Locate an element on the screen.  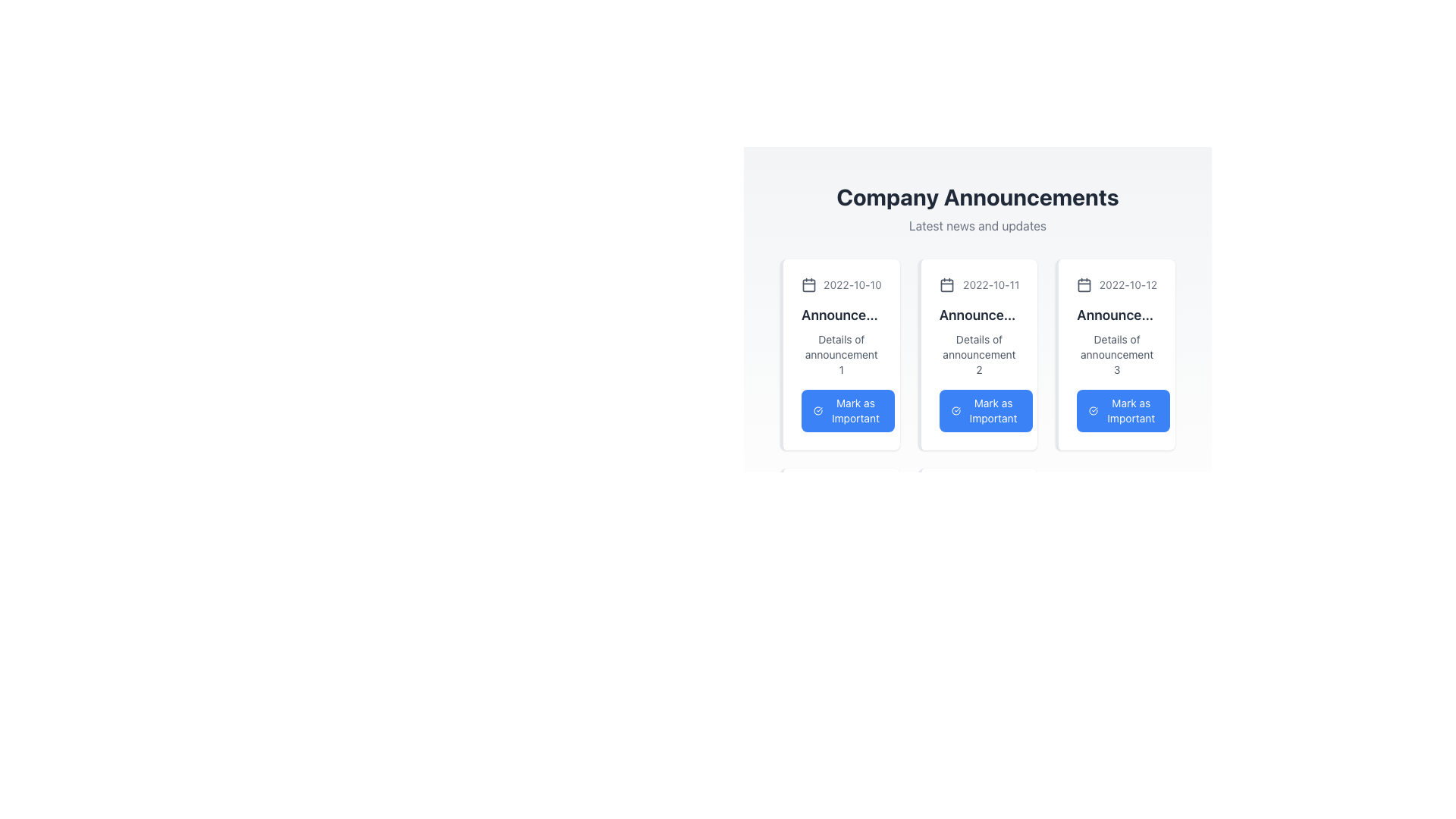
date information displayed in the Text Label with Icon at the top of 'Announcement 3' card is located at coordinates (1117, 284).